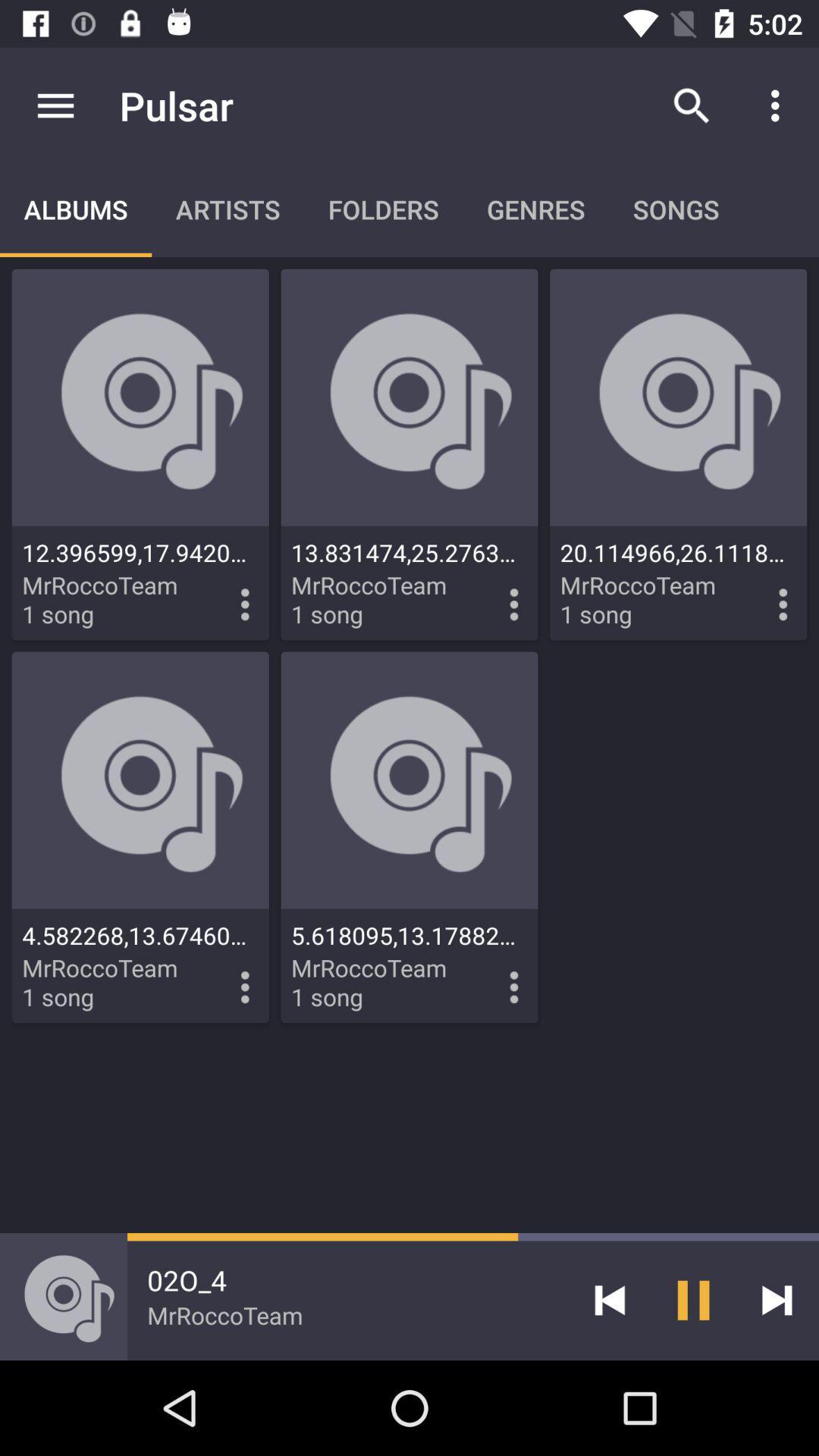  What do you see at coordinates (609, 1299) in the screenshot?
I see `the icon to the right of the 02o_4 item` at bounding box center [609, 1299].